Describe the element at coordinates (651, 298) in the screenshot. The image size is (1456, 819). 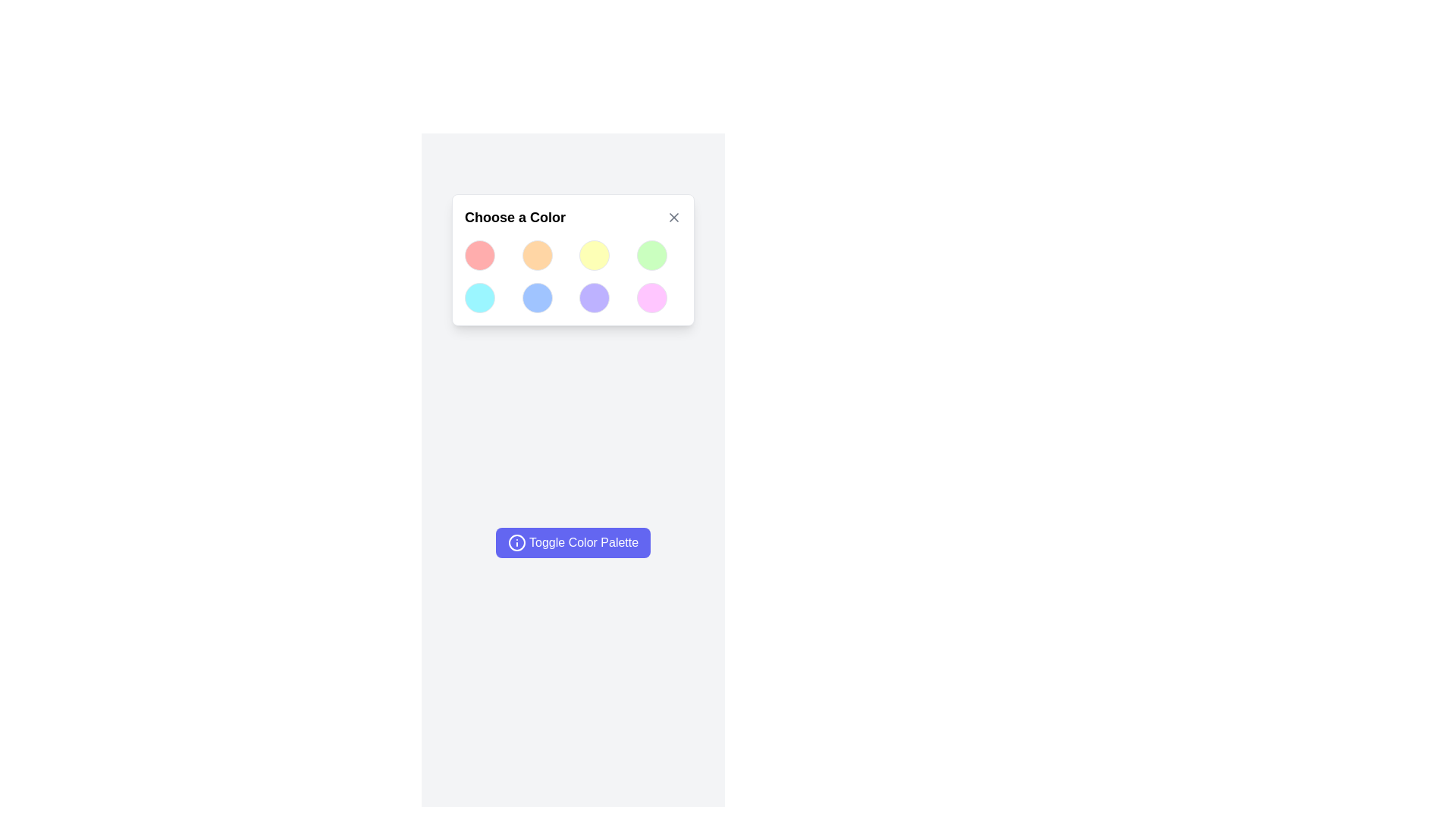
I see `the Circle button located in the fourth column and second row of the grid` at that location.